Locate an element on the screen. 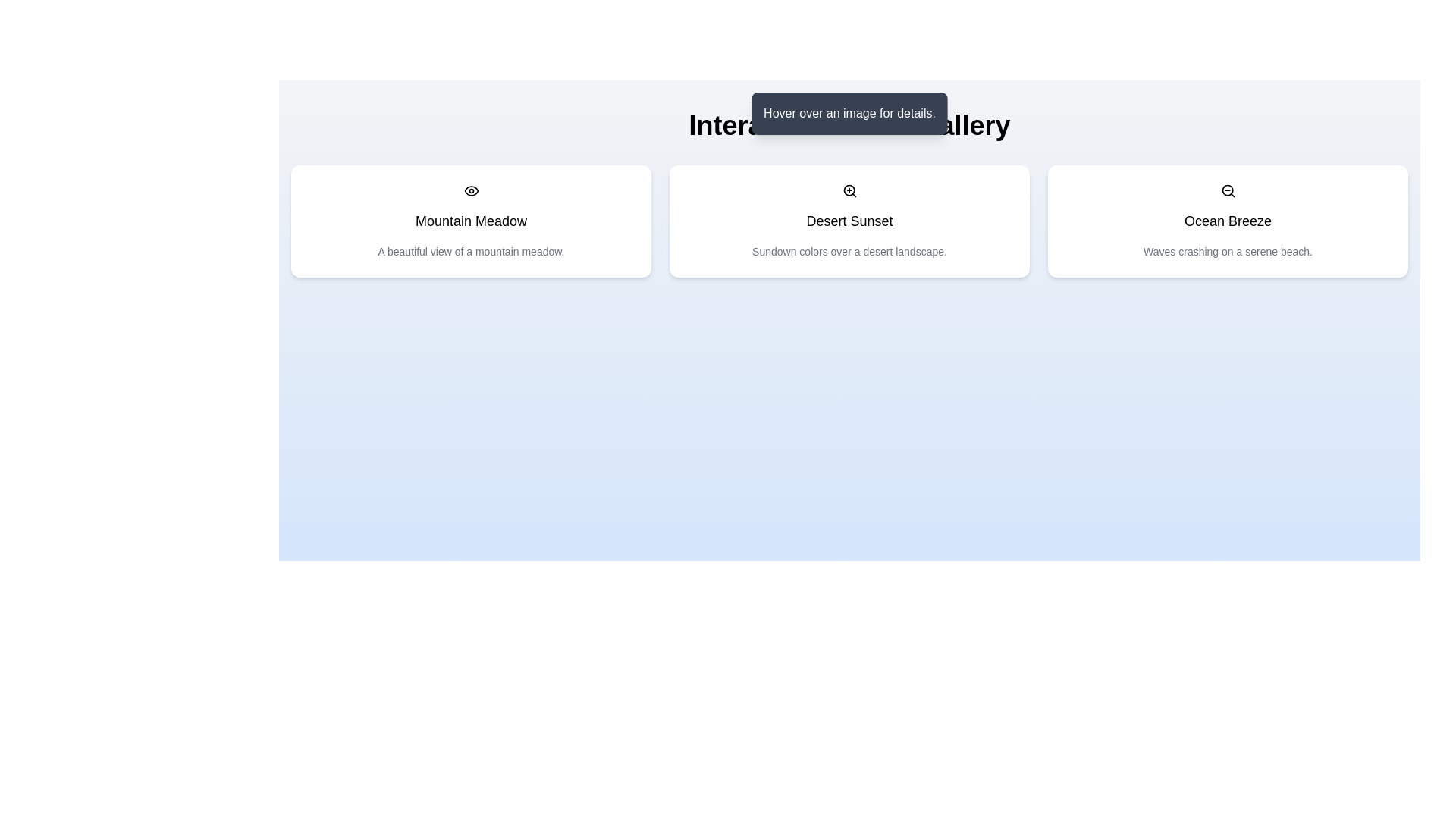 This screenshot has height=819, width=1456. the 'Desert Sunset' card element, which is the second card in the gallery layout is located at coordinates (849, 221).